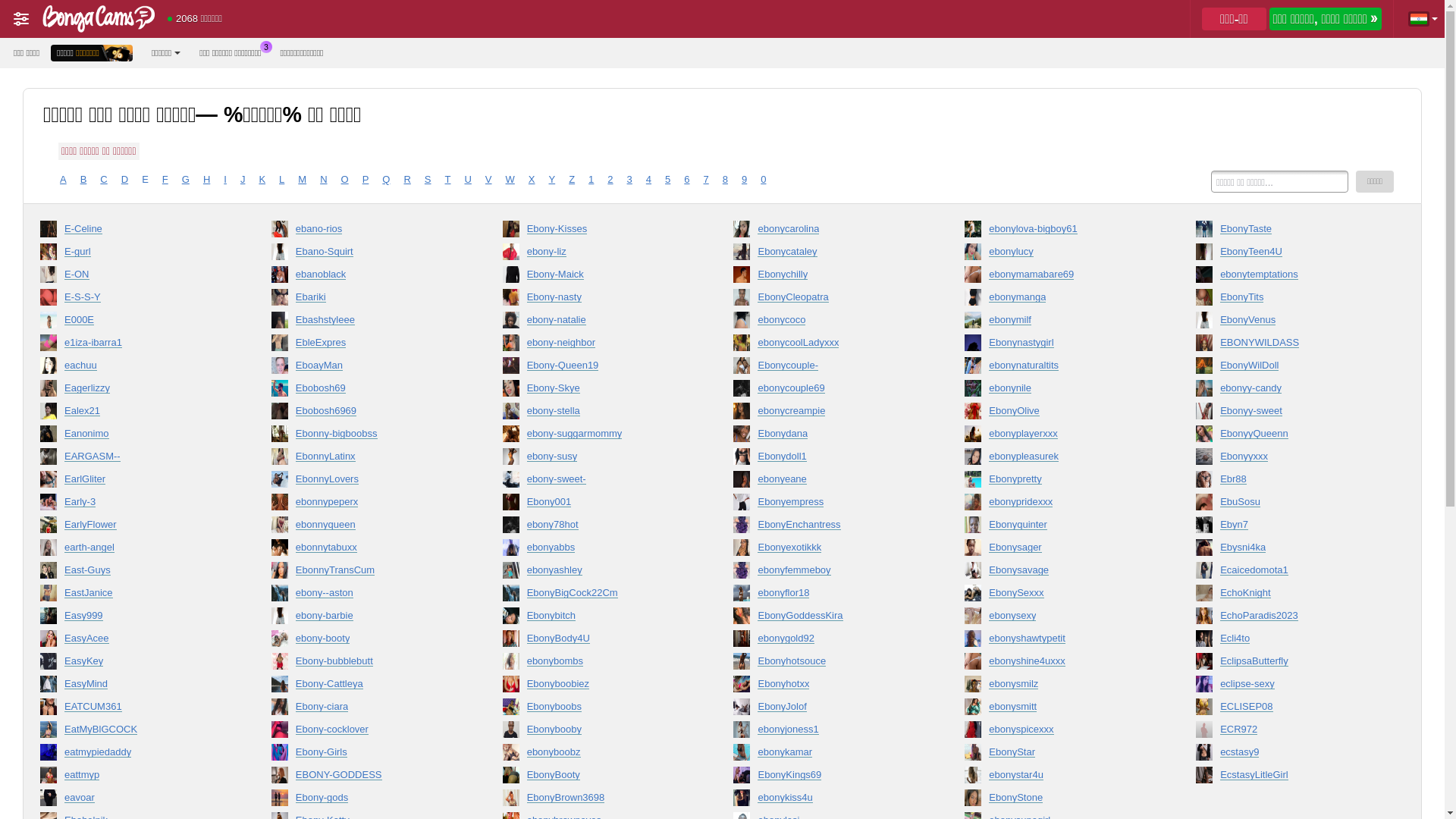 This screenshot has width=1456, height=819. What do you see at coordinates (502, 526) in the screenshot?
I see `'ebony78hot'` at bounding box center [502, 526].